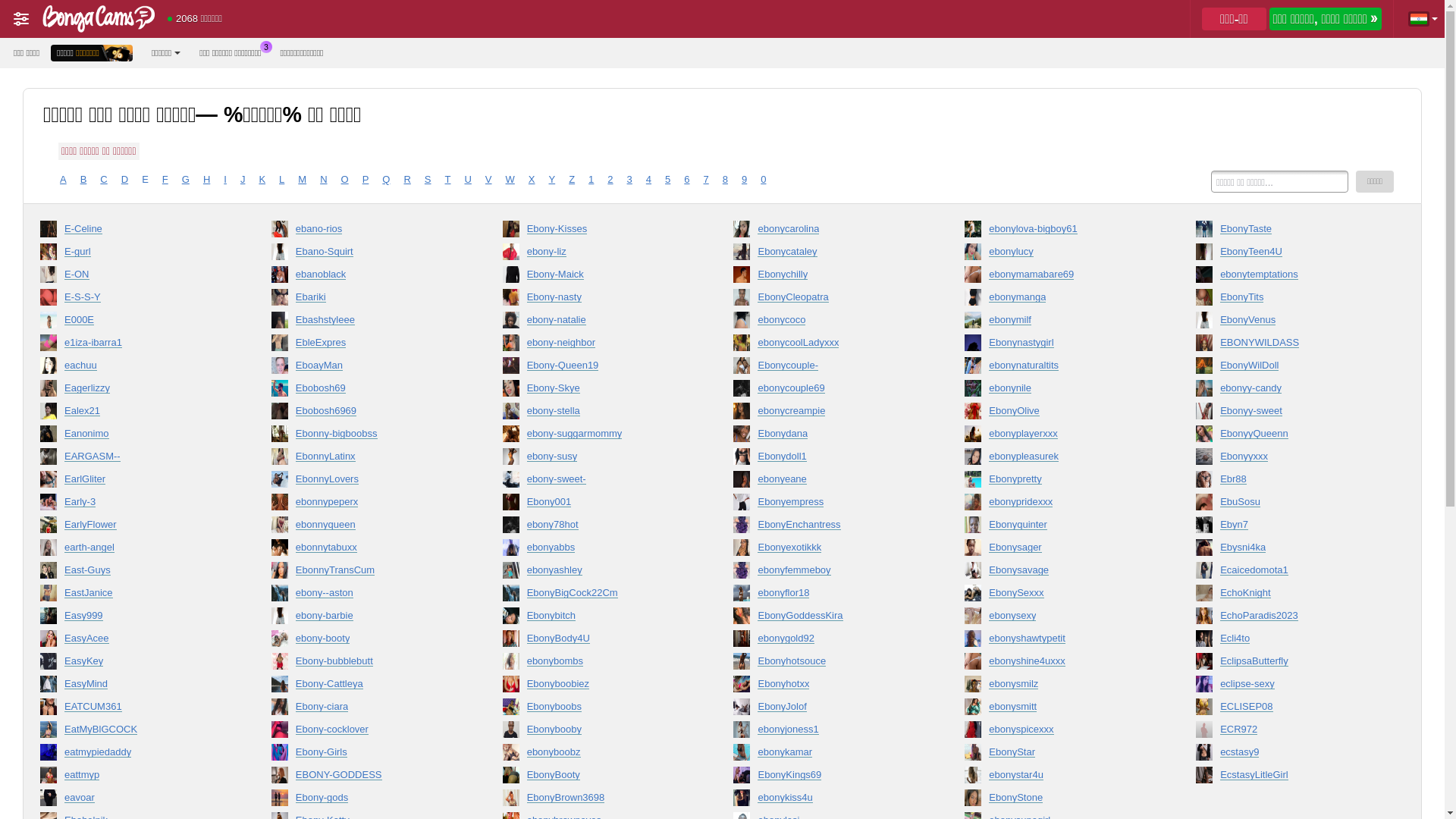 This screenshot has width=1456, height=819. What do you see at coordinates (502, 526) in the screenshot?
I see `'ebony78hot'` at bounding box center [502, 526].